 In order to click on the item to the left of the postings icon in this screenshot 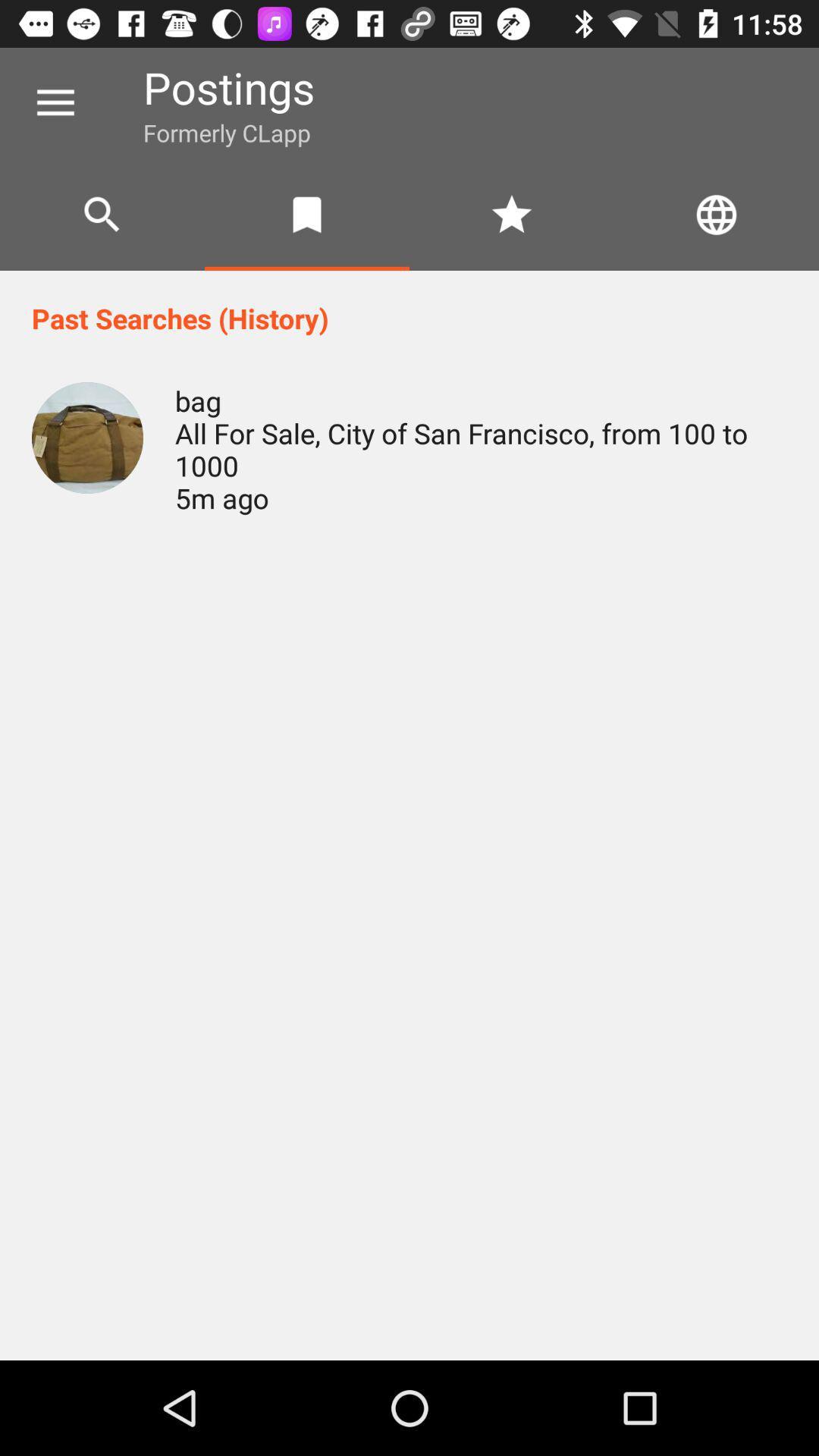, I will do `click(55, 102)`.